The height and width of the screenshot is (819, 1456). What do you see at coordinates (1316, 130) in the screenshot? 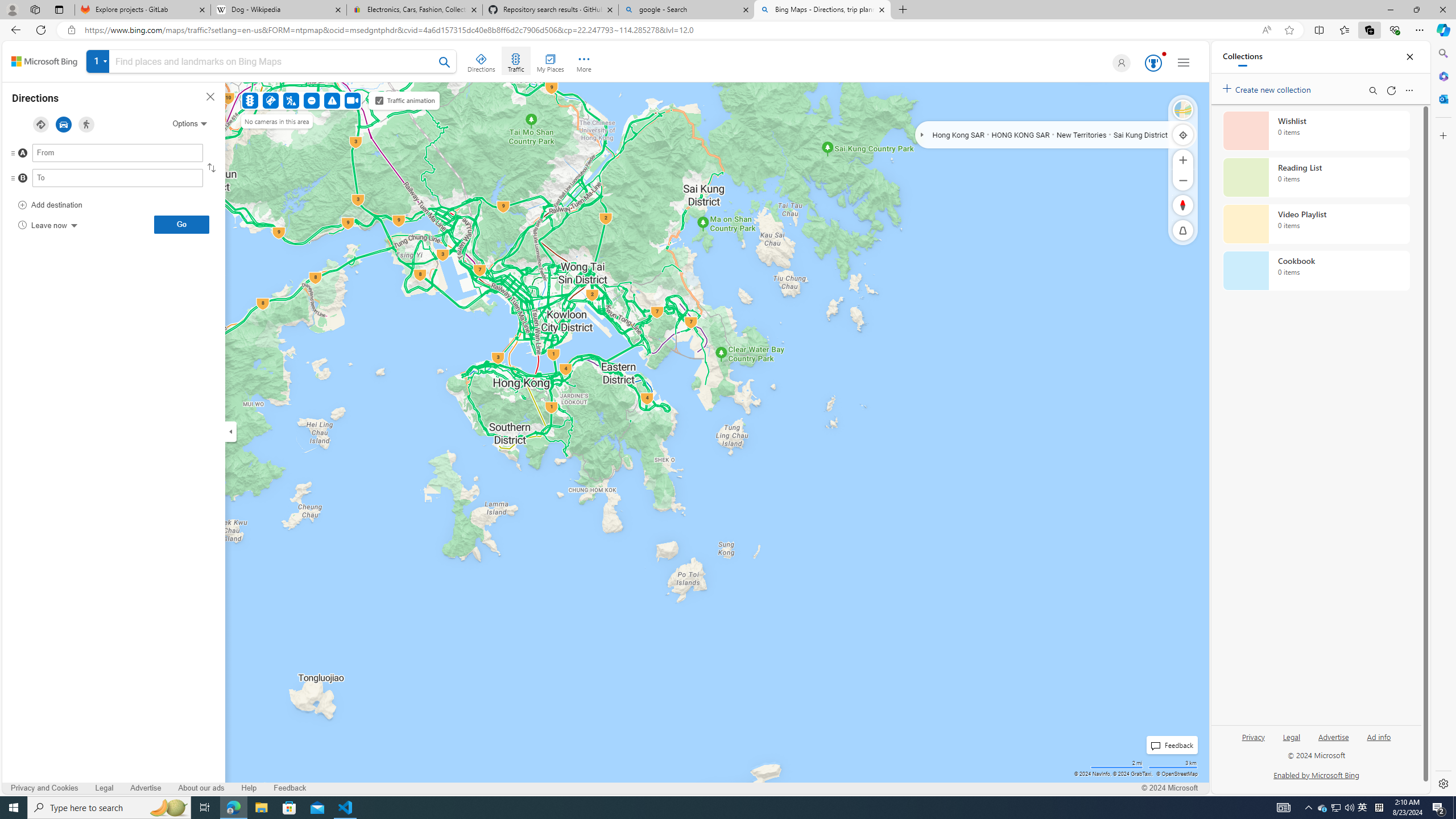
I see `'Wishlist collection, 0 items'` at bounding box center [1316, 130].